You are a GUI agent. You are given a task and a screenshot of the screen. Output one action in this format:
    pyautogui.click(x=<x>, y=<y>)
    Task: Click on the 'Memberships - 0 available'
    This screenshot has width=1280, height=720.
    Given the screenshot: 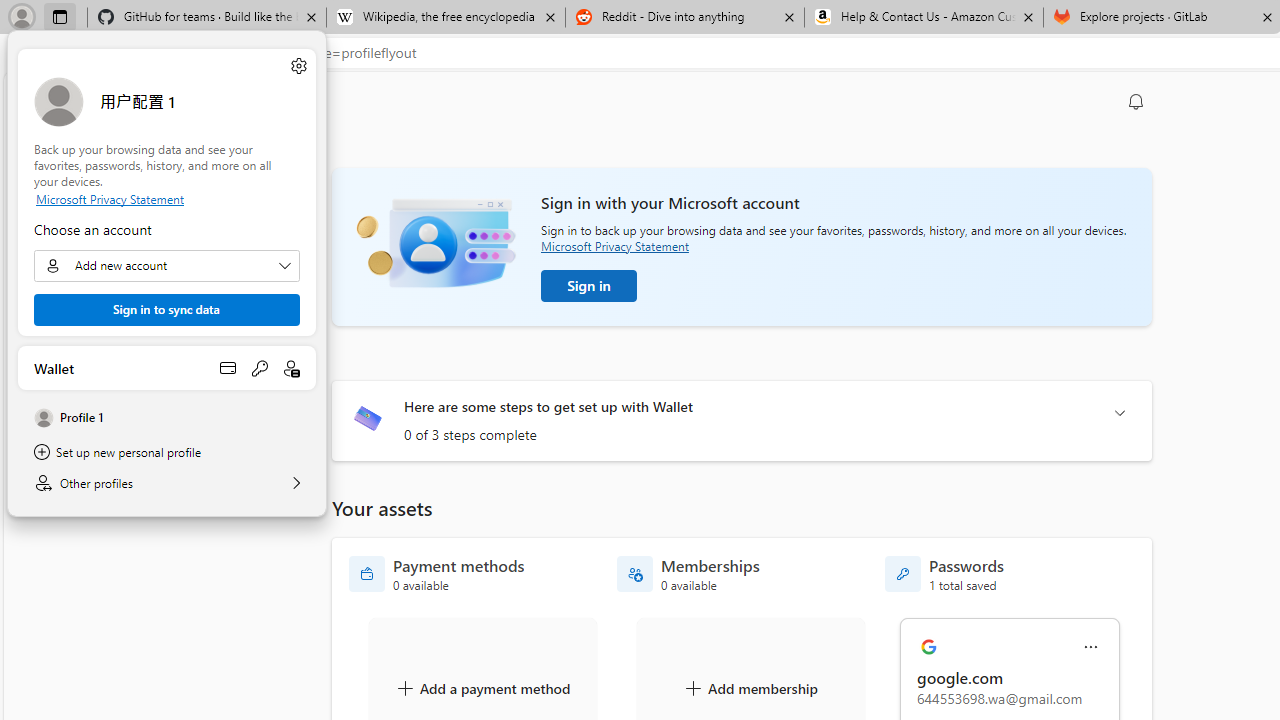 What is the action you would take?
    pyautogui.click(x=688, y=574)
    